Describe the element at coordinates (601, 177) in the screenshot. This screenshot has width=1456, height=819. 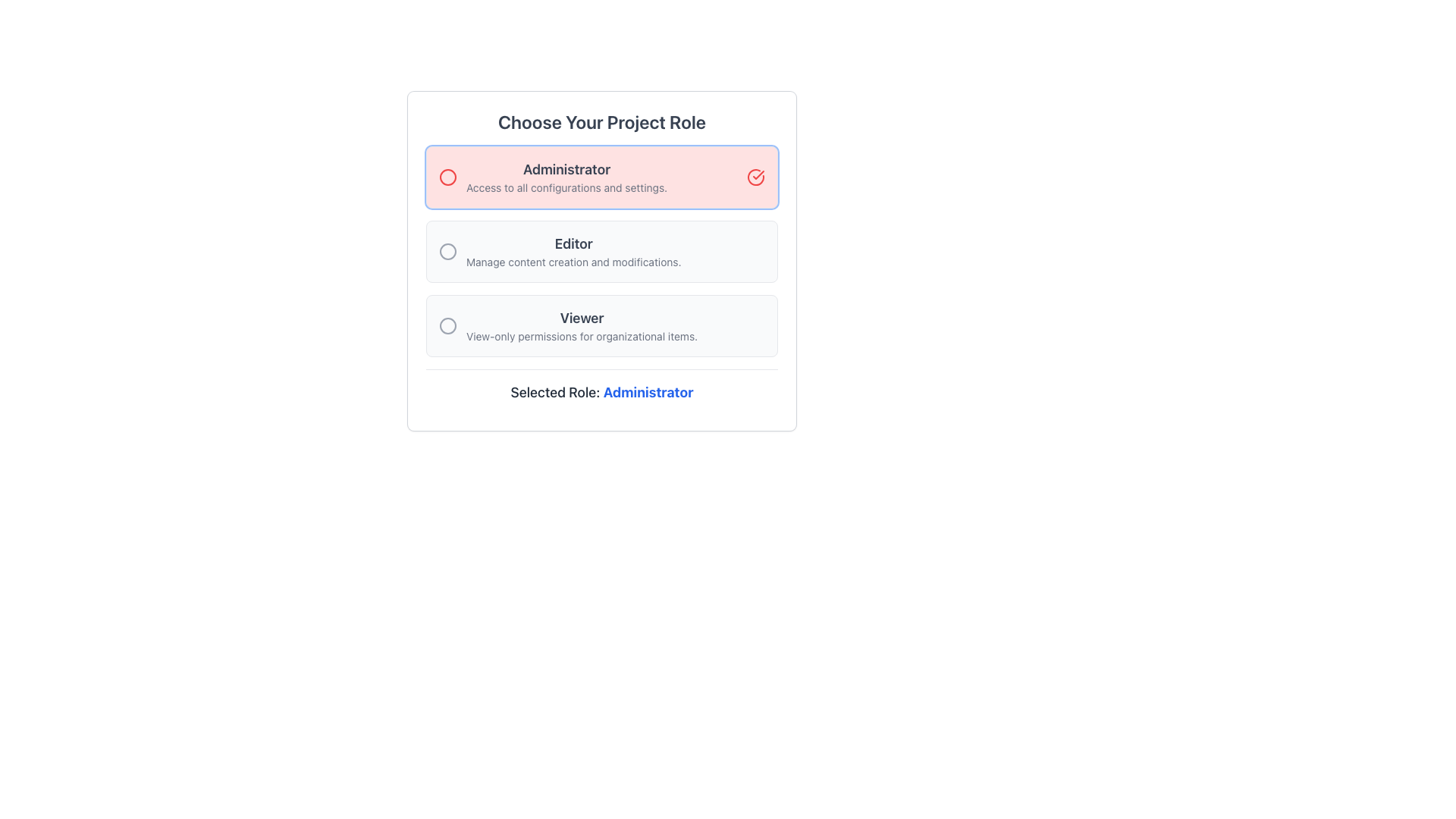
I see `the first radio button in the role selection group` at that location.